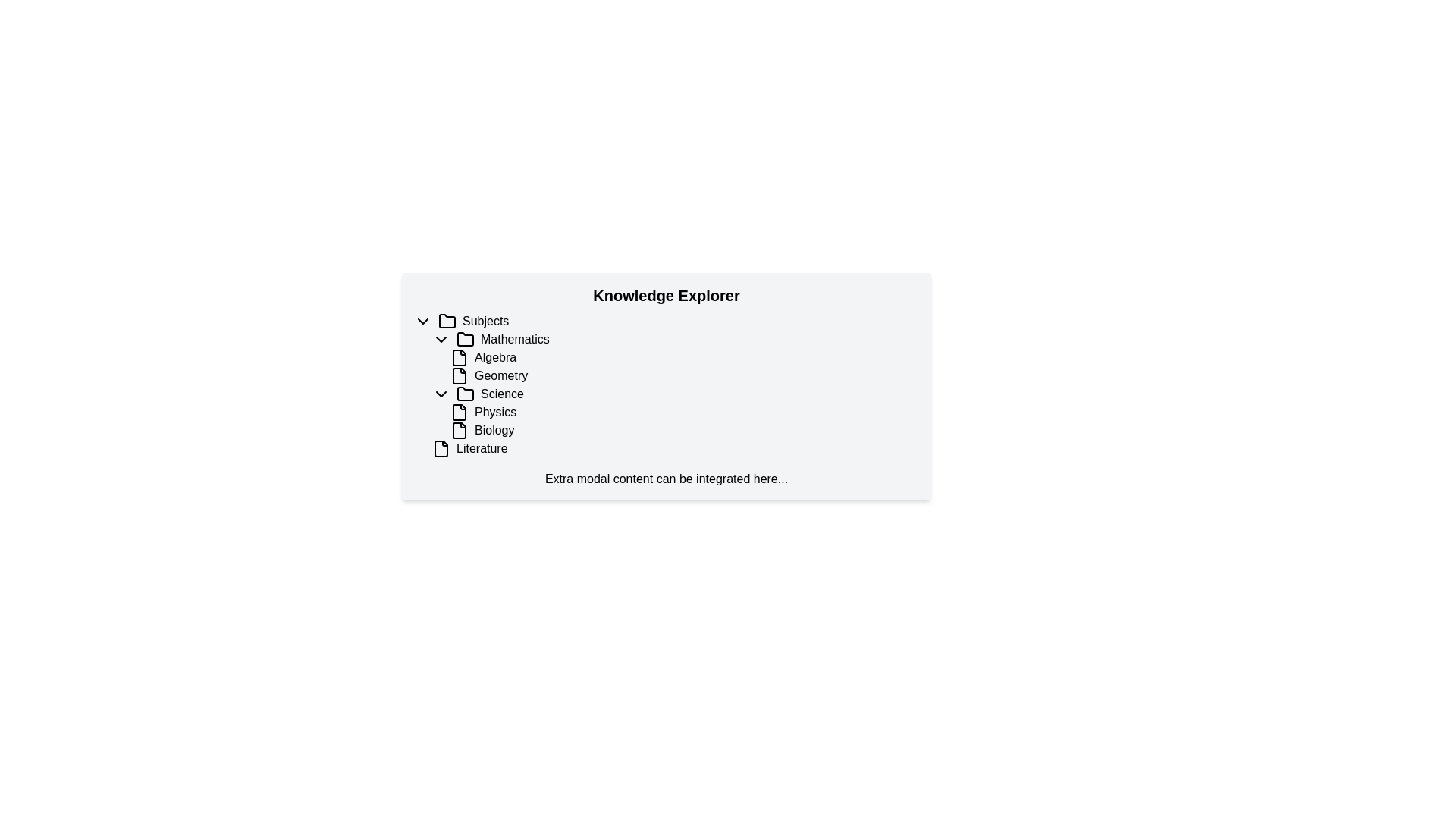  I want to click on the 'Mathematics' text label, so click(515, 338).